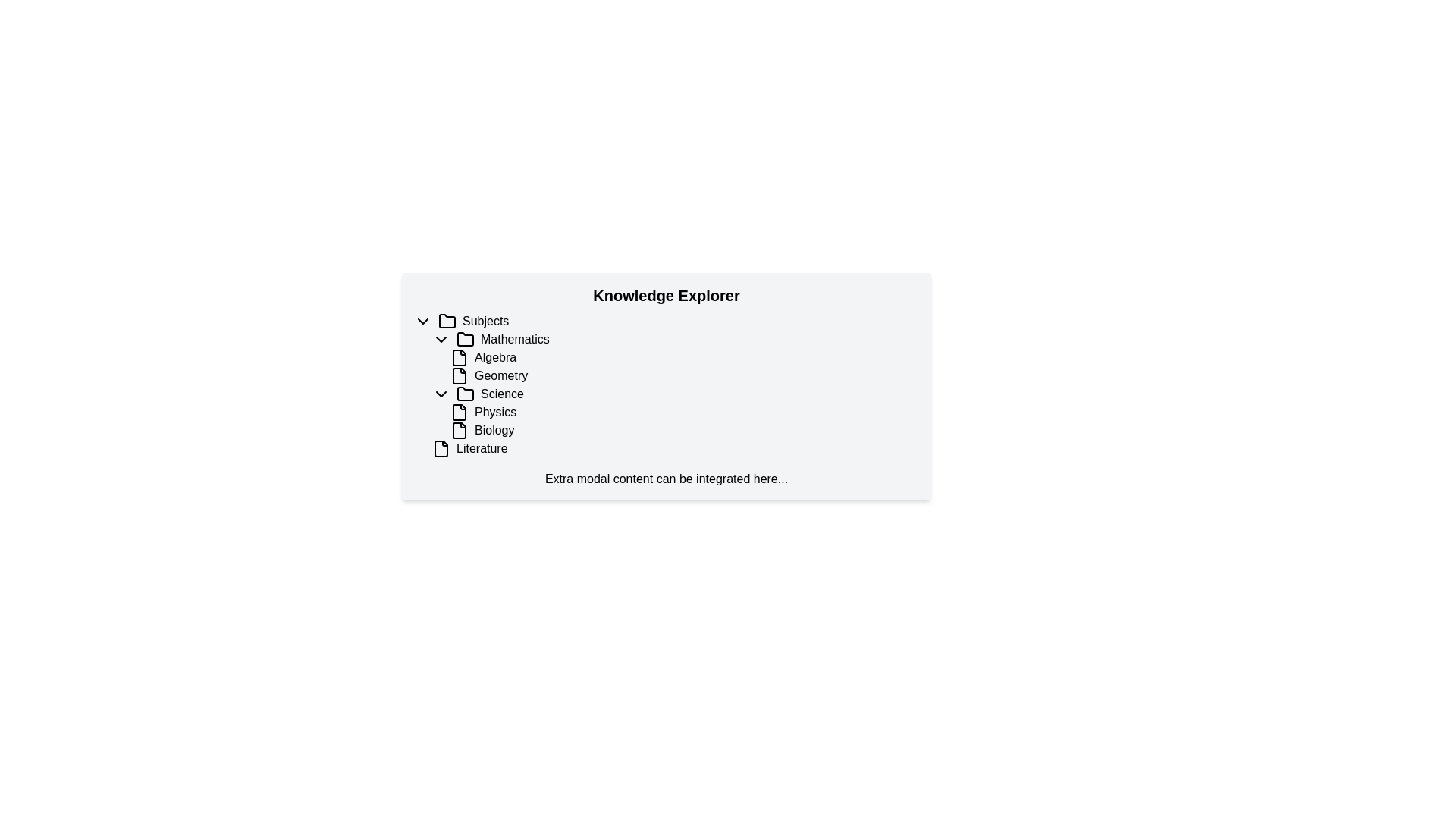  I want to click on the 'Mathematics' text label, so click(515, 338).